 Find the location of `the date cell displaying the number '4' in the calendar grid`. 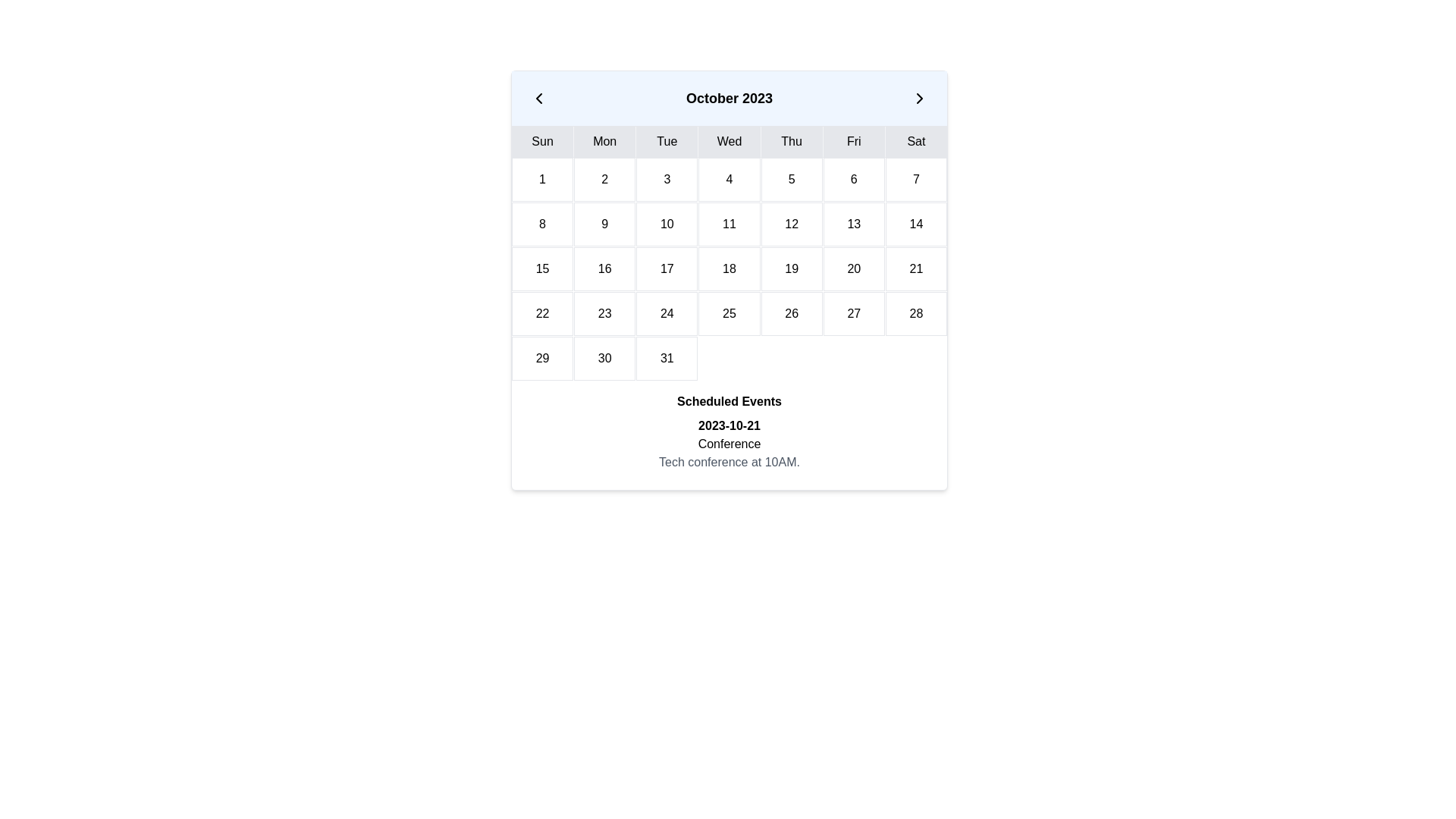

the date cell displaying the number '4' in the calendar grid is located at coordinates (729, 178).